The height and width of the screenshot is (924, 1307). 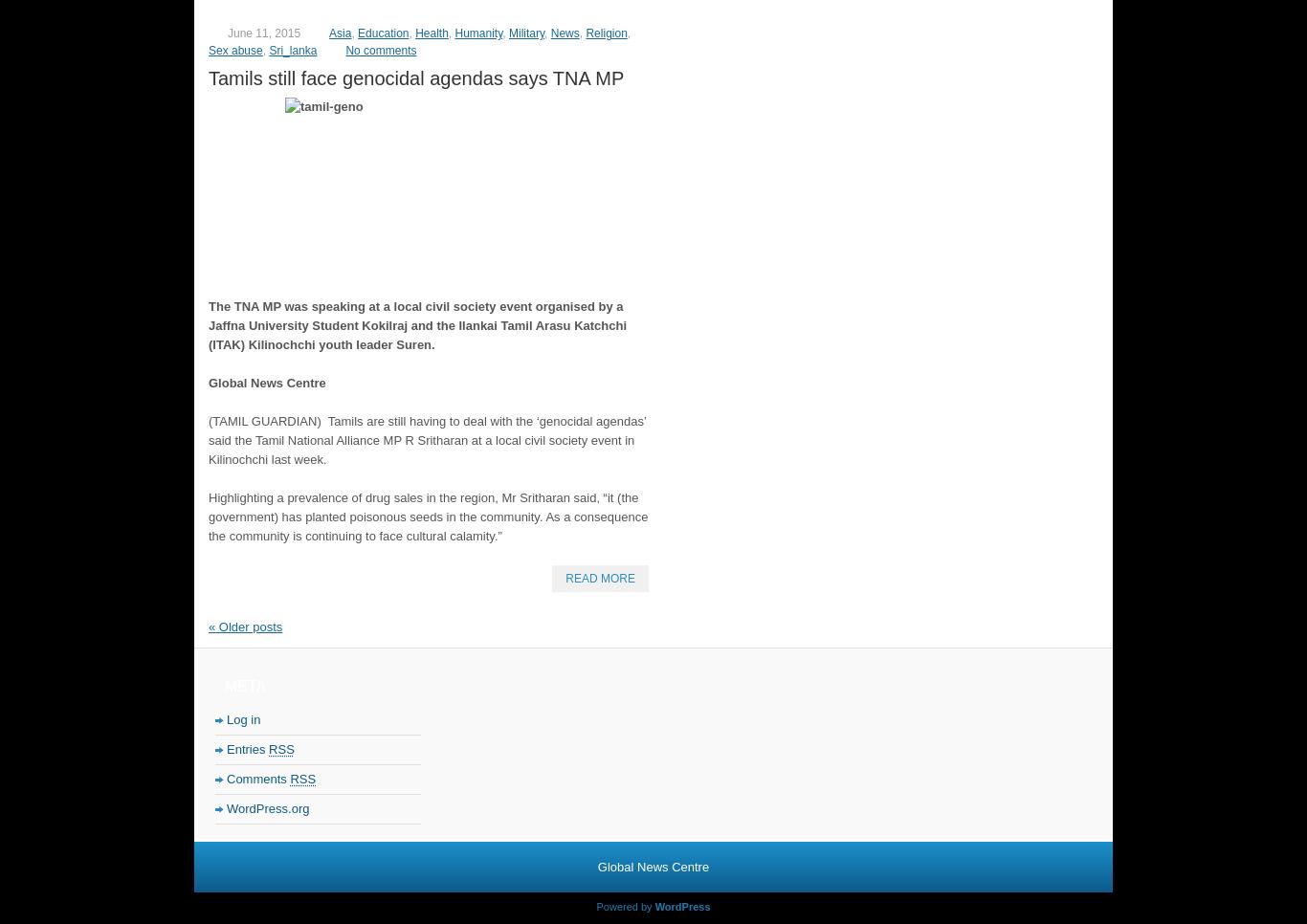 I want to click on 'Health', so click(x=431, y=32).